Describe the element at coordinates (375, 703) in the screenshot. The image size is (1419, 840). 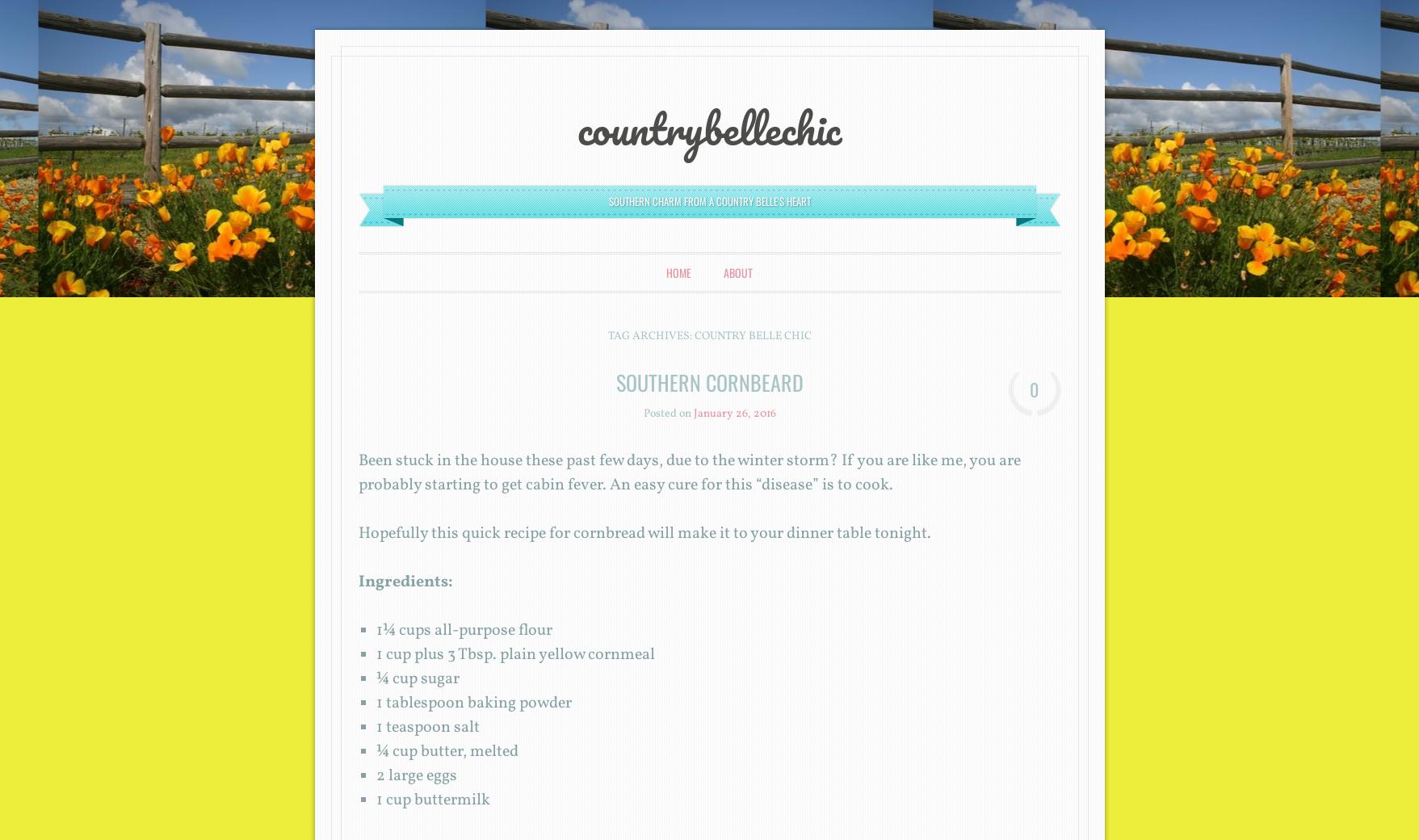
I see `'1 tablespoon baking powder'` at that location.